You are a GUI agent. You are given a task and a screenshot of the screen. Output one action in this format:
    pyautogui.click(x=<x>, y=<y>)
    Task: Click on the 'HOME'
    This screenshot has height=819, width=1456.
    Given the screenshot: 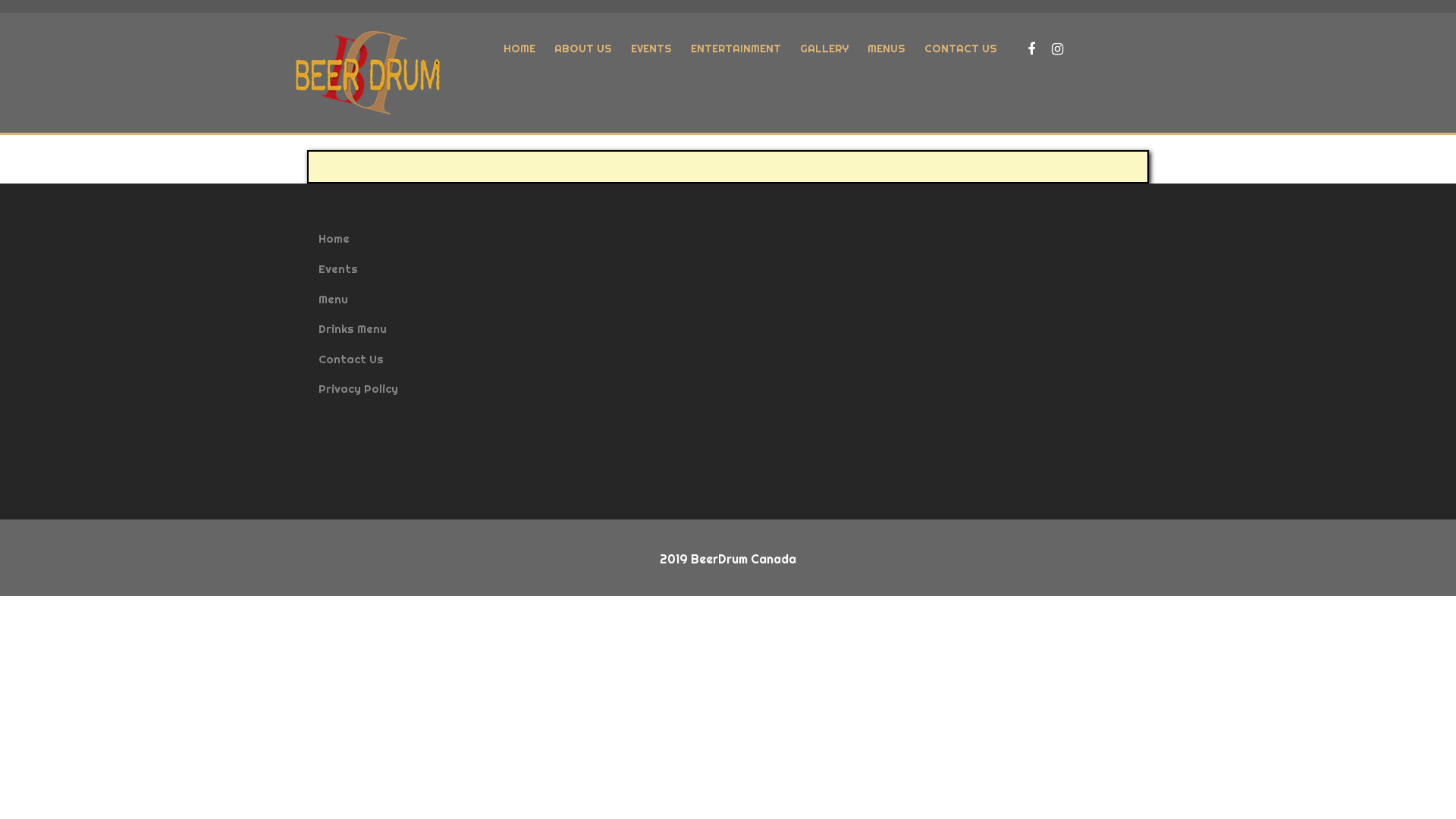 What is the action you would take?
    pyautogui.click(x=495, y=48)
    